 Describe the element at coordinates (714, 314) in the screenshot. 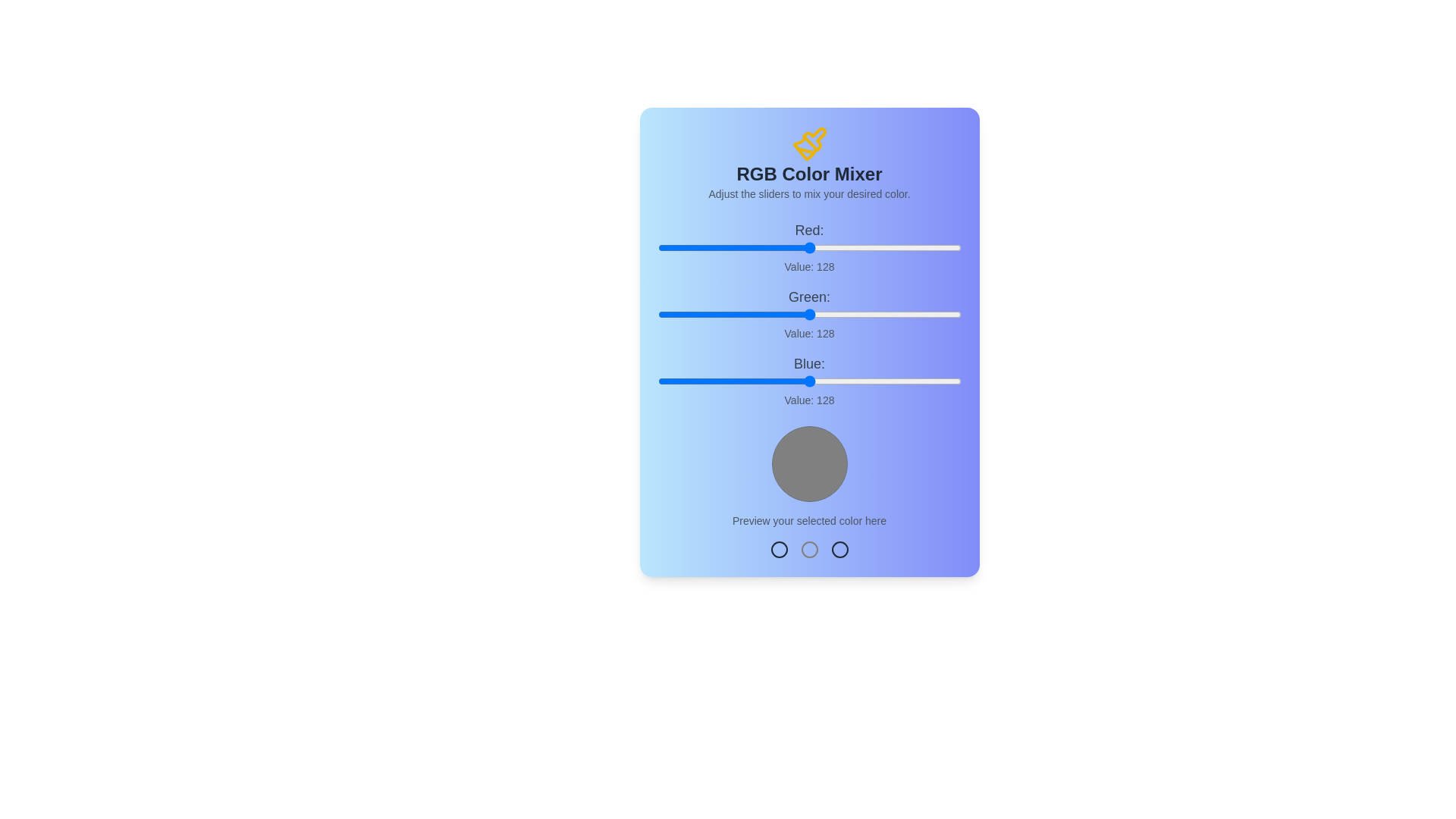

I see `the green slider to set the green value to 48` at that location.